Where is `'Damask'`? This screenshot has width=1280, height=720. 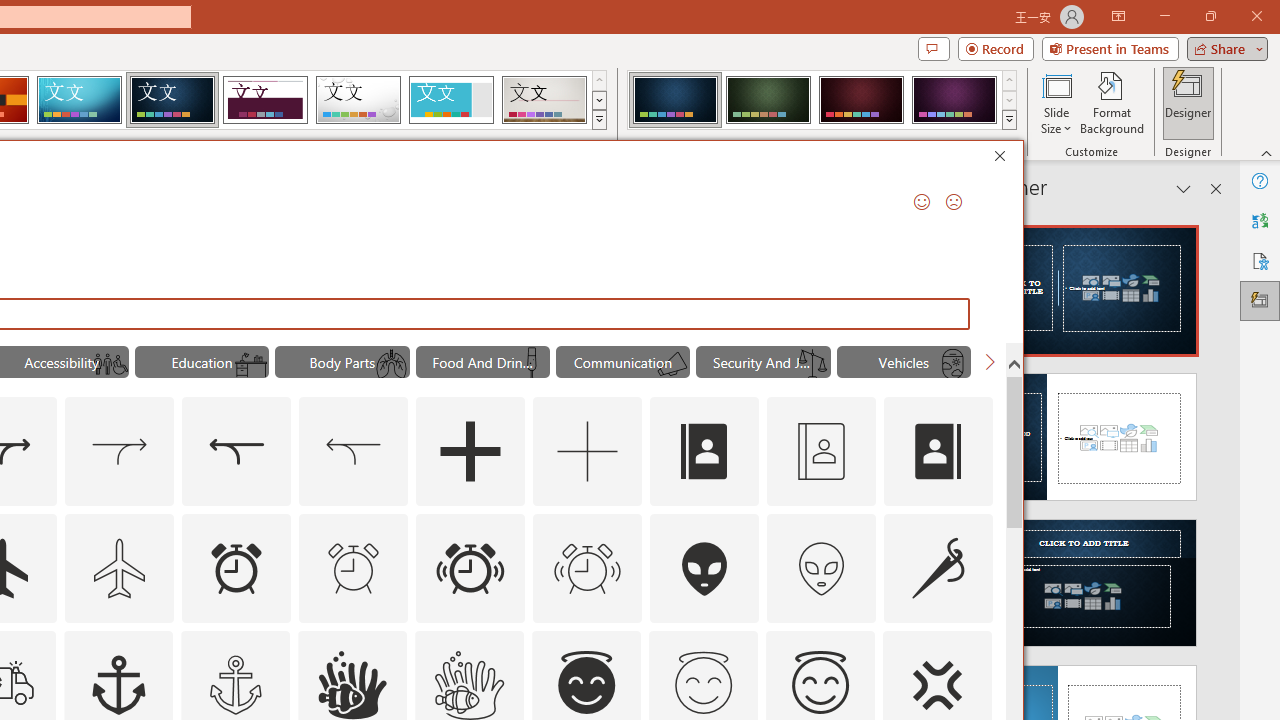
'Damask' is located at coordinates (172, 100).